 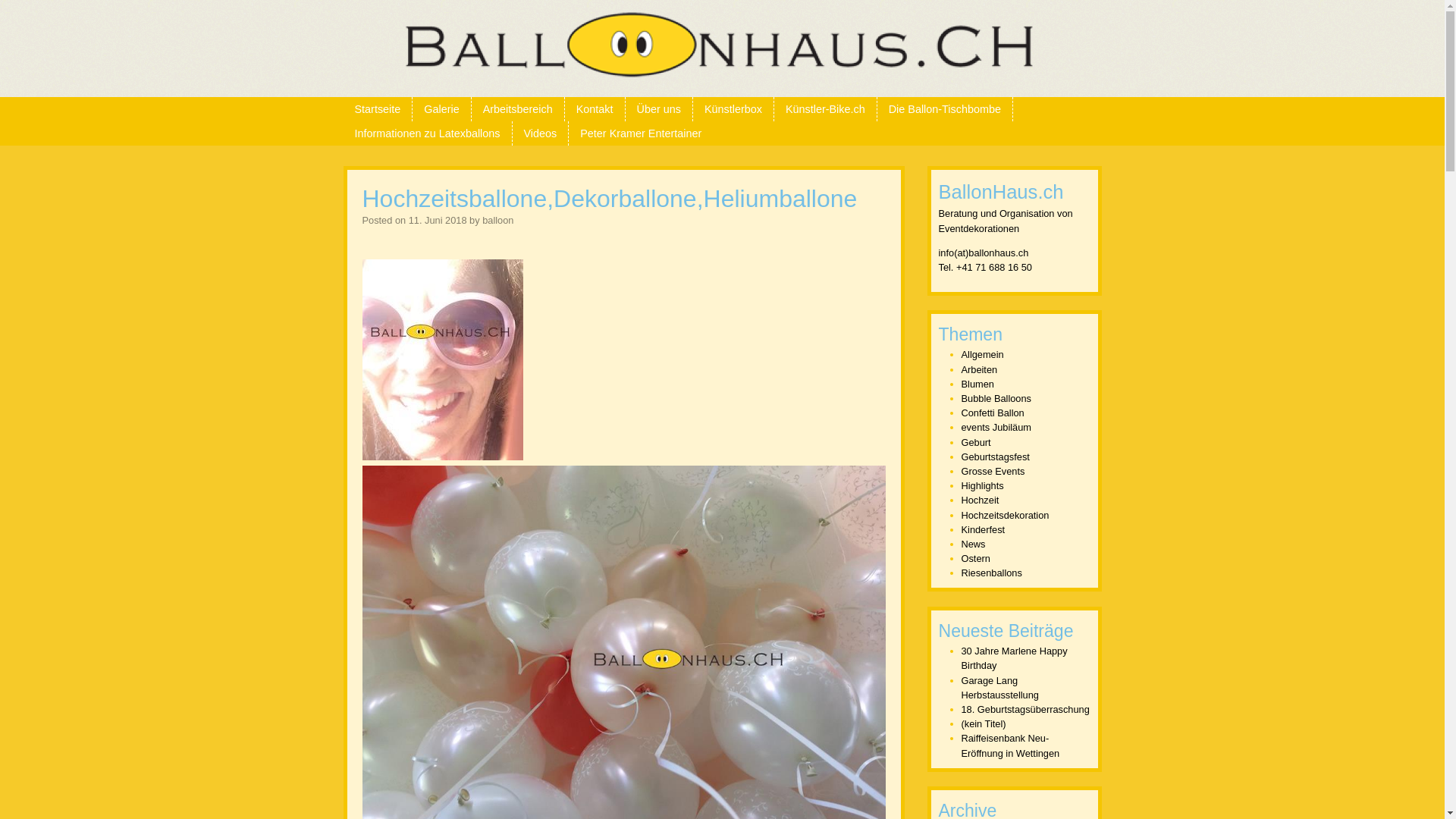 What do you see at coordinates (412, 108) in the screenshot?
I see `'Galerie'` at bounding box center [412, 108].